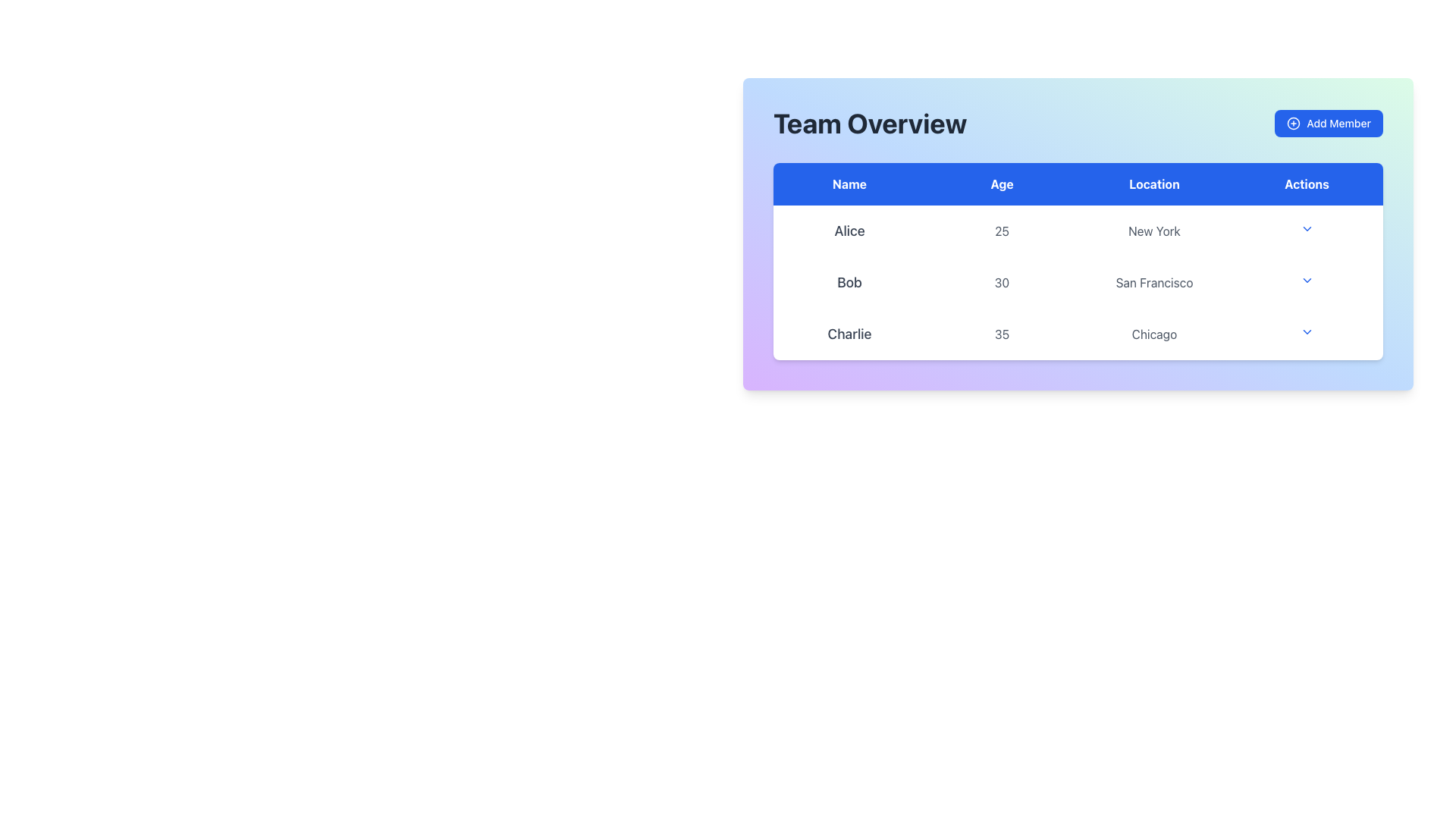 This screenshot has height=819, width=1456. Describe the element at coordinates (1002, 231) in the screenshot. I see `the static text displaying the age information of Alice, located in the second column of the first row under the 'Age' header` at that location.